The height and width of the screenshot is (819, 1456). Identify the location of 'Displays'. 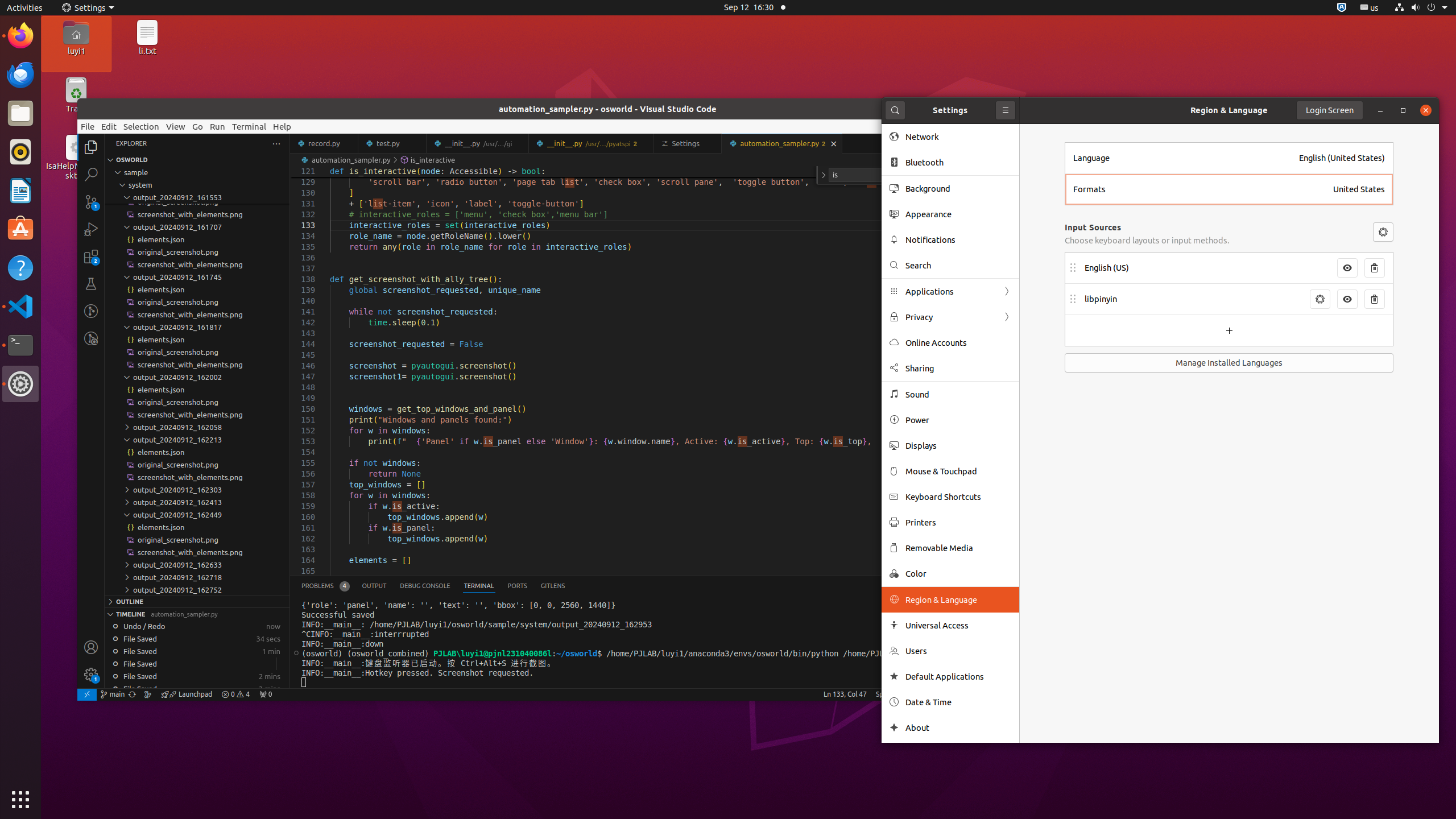
(957, 445).